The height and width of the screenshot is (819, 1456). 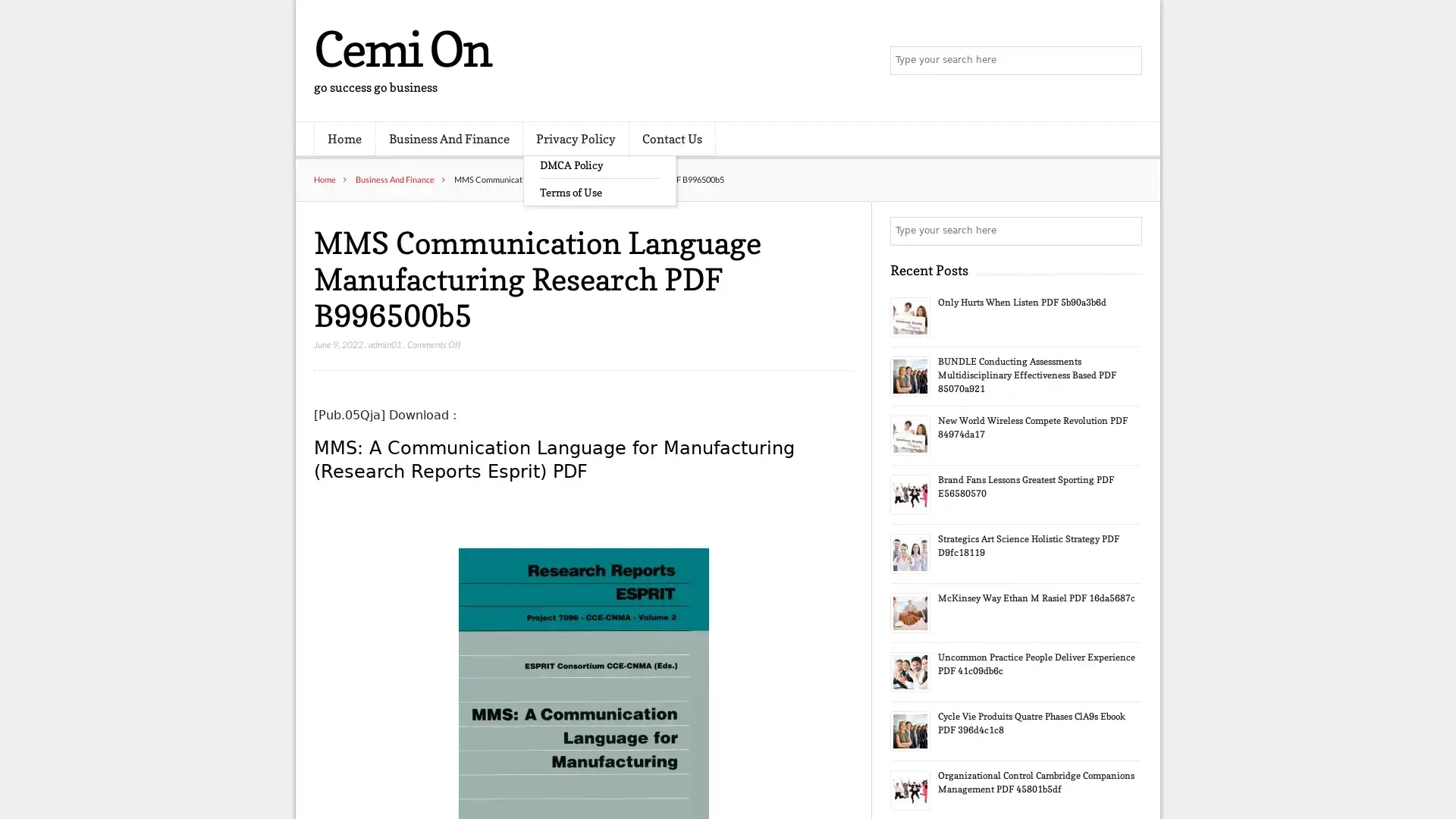 I want to click on Search, so click(x=1126, y=61).